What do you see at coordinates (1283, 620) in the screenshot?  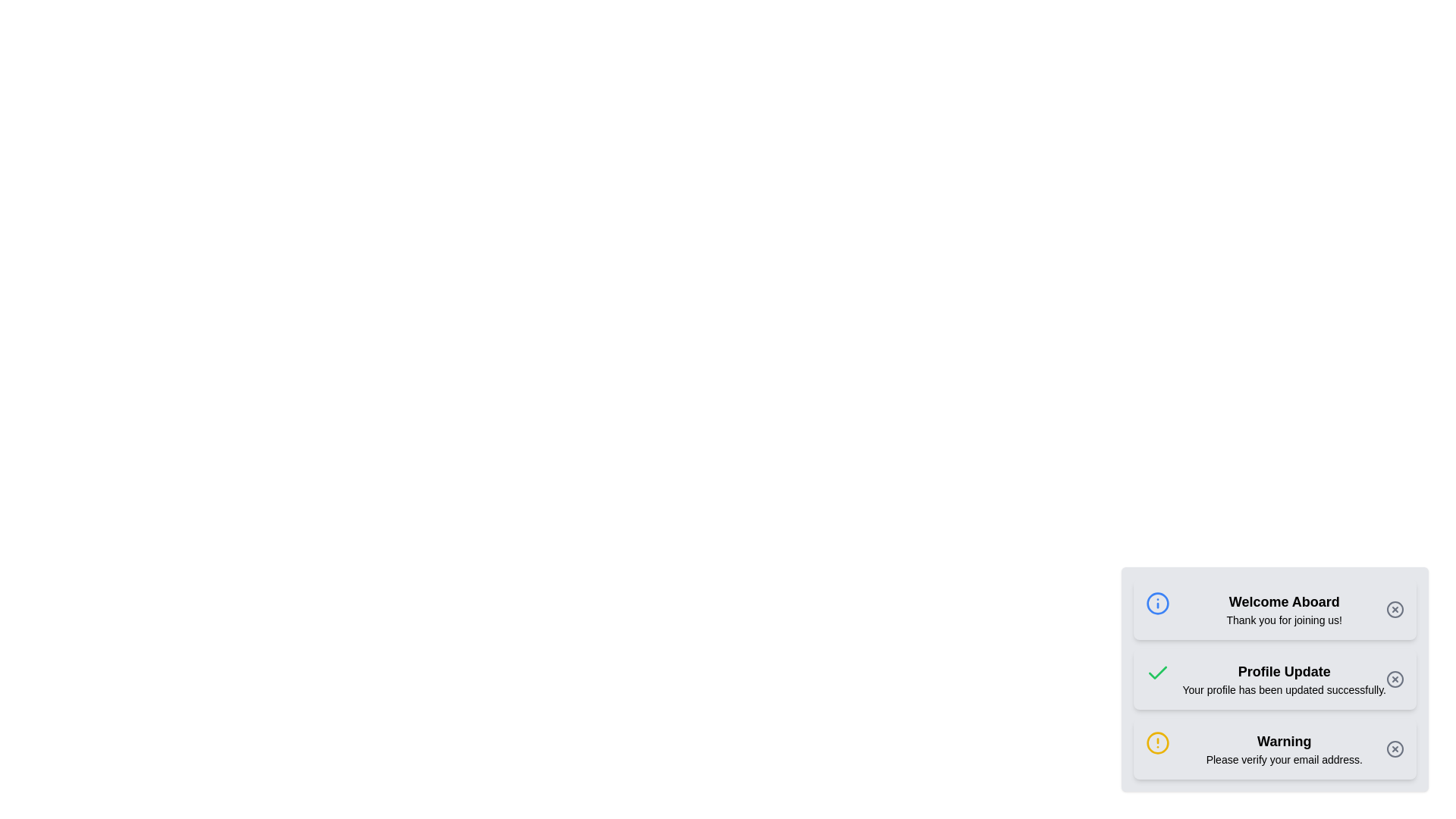 I see `the text label that reads 'Thank you for joining us!', which is positioned directly below the heading 'Welcome Aboard'` at bounding box center [1283, 620].